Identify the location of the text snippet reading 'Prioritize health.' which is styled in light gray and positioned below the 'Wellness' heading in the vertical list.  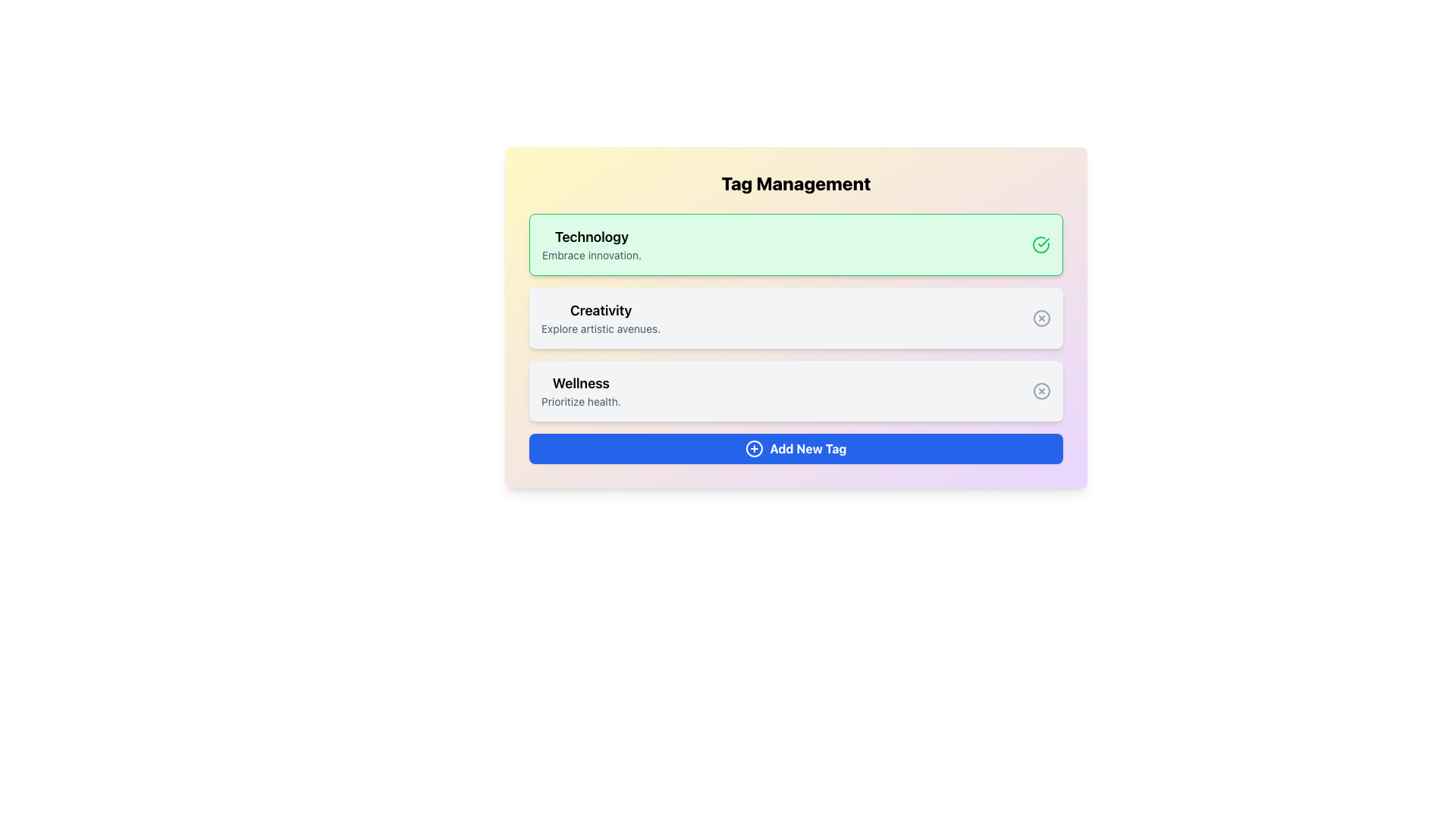
(580, 400).